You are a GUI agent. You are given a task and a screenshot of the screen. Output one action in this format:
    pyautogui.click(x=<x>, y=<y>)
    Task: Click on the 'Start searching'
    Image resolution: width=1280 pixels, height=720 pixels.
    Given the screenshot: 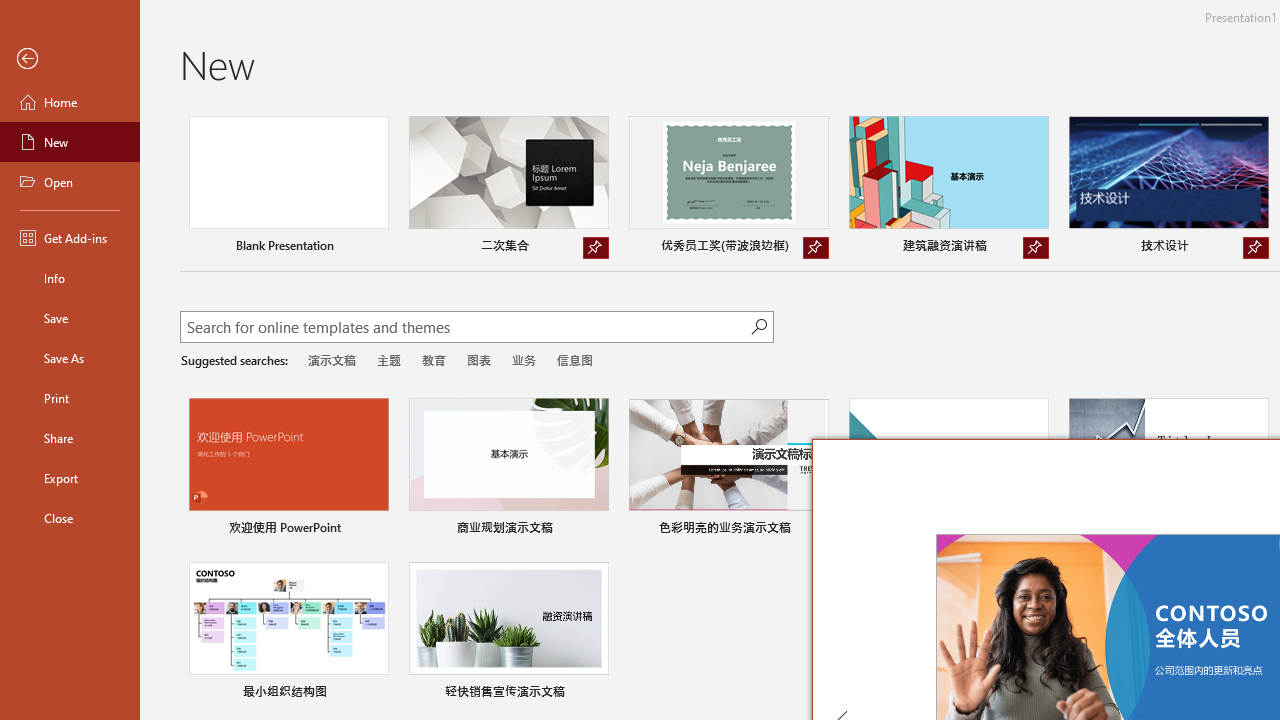 What is the action you would take?
    pyautogui.click(x=758, y=325)
    